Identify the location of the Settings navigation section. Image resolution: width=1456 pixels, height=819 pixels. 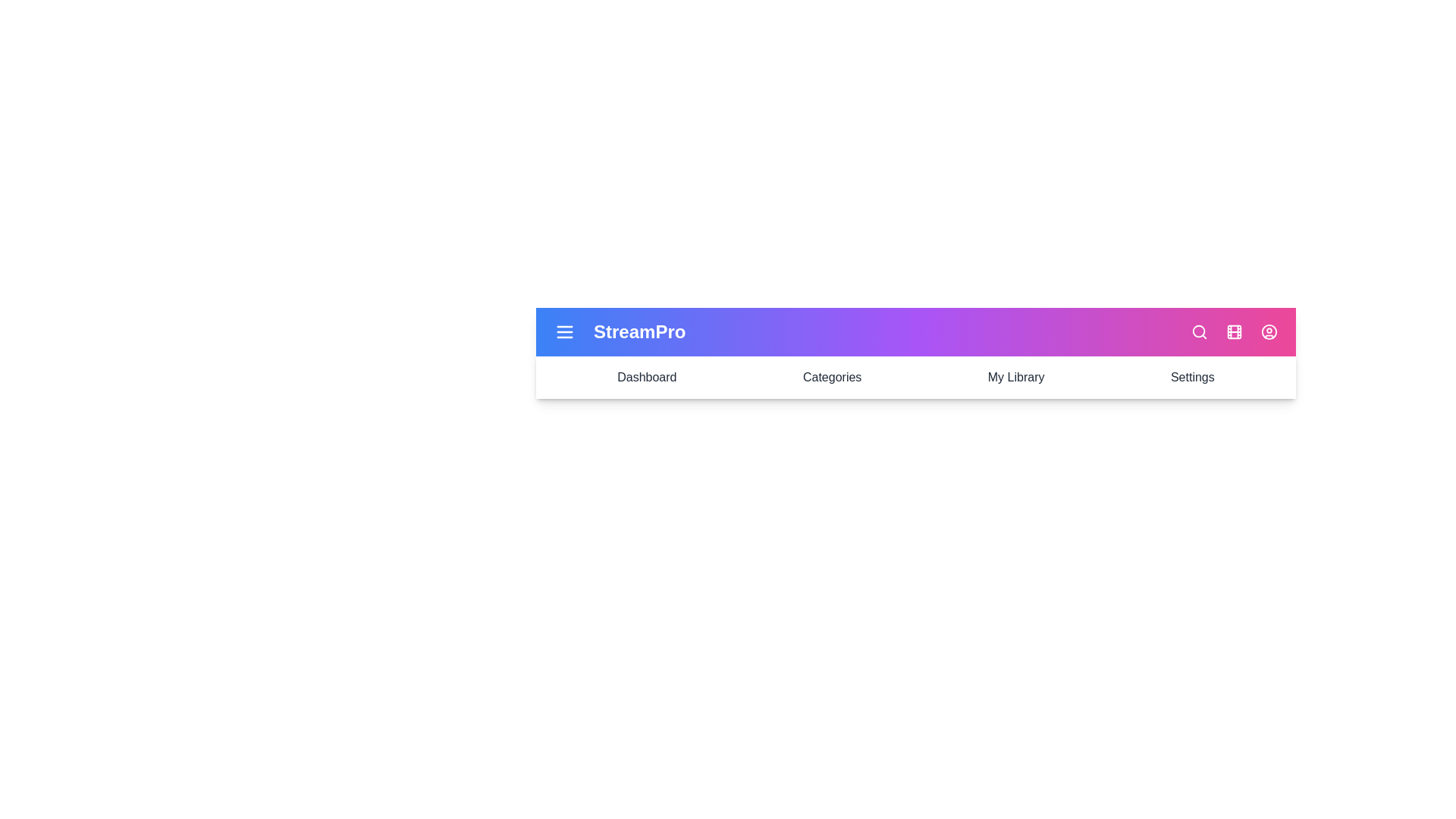
(1191, 376).